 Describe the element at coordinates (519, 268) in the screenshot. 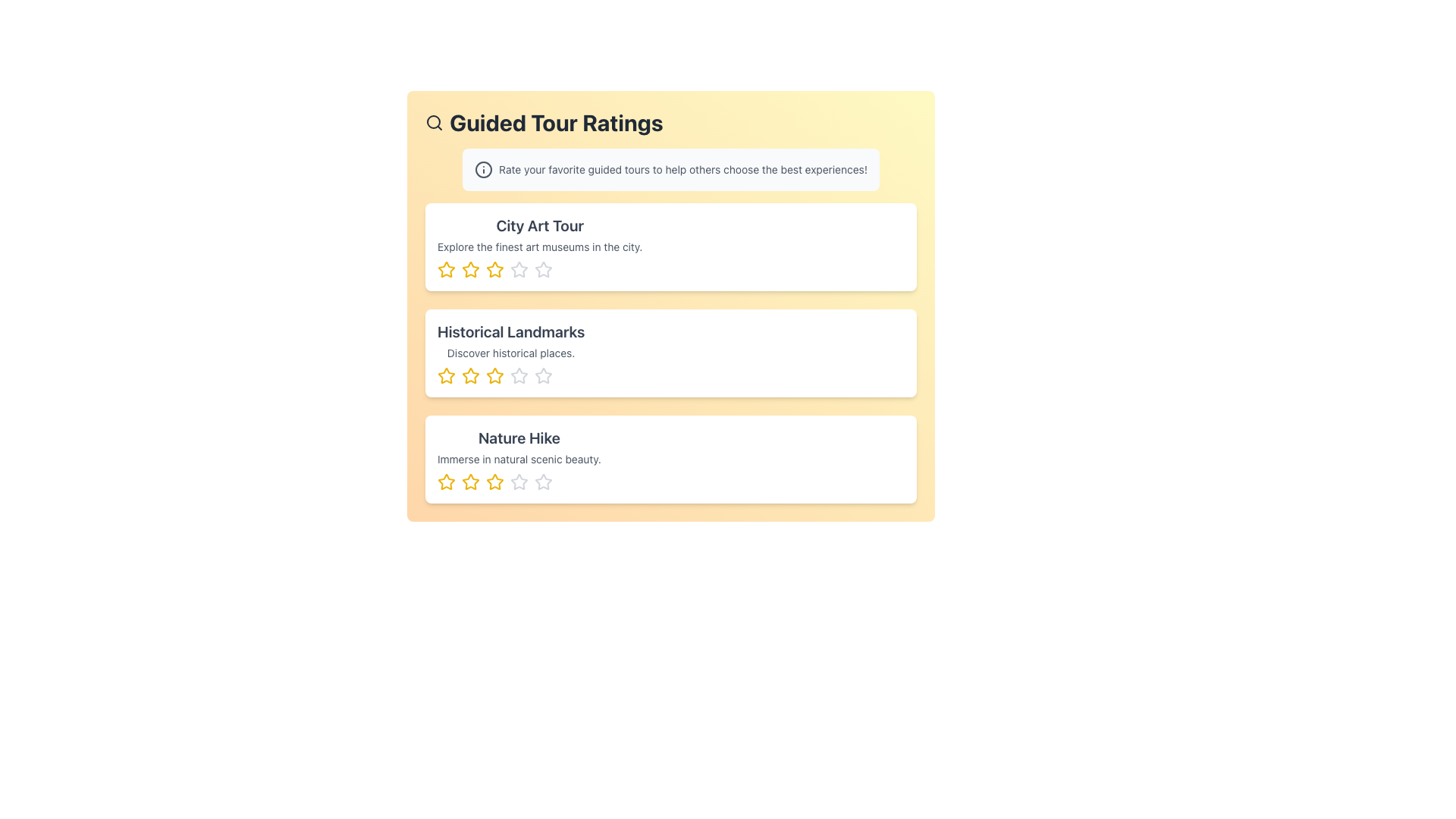

I see `the fourth star icon in the rating stars for the 'City Art Tour' section` at that location.